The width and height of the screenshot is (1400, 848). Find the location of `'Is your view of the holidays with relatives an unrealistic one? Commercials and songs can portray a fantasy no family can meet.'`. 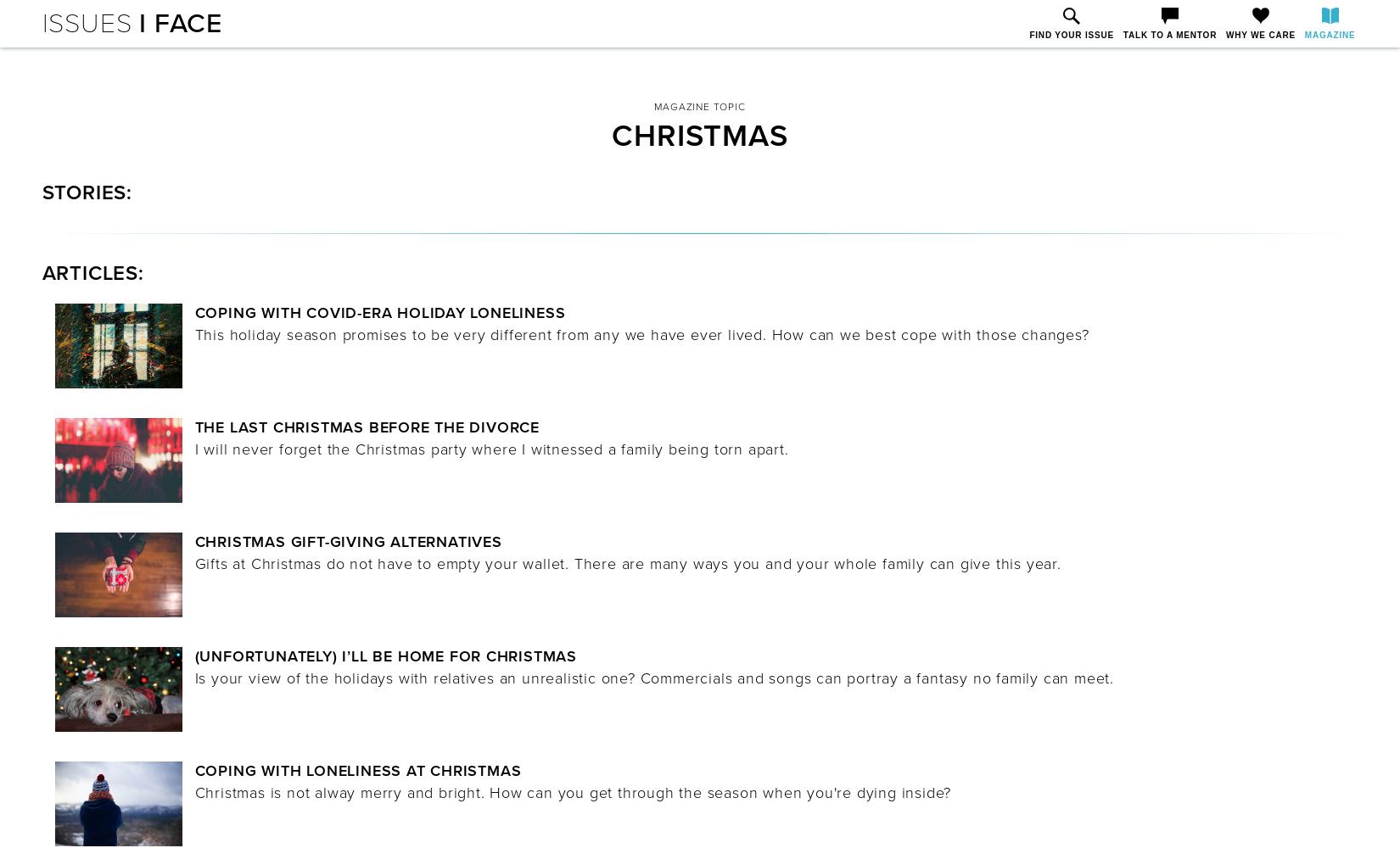

'Is your view of the holidays with relatives an unrealistic one? Commercials and songs can portray a fantasy no family can meet.' is located at coordinates (194, 678).